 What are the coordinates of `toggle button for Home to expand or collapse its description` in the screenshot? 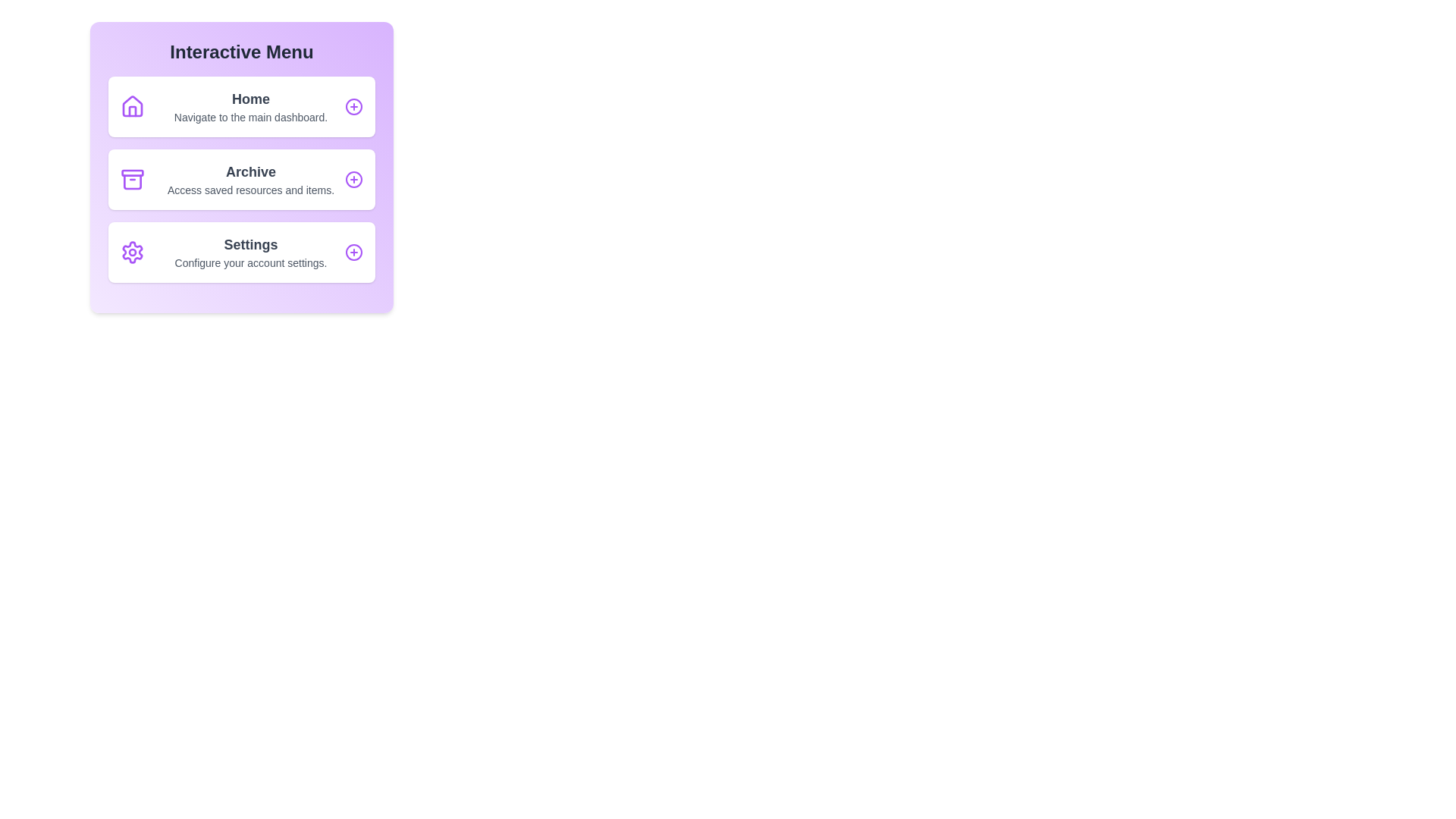 It's located at (353, 106).